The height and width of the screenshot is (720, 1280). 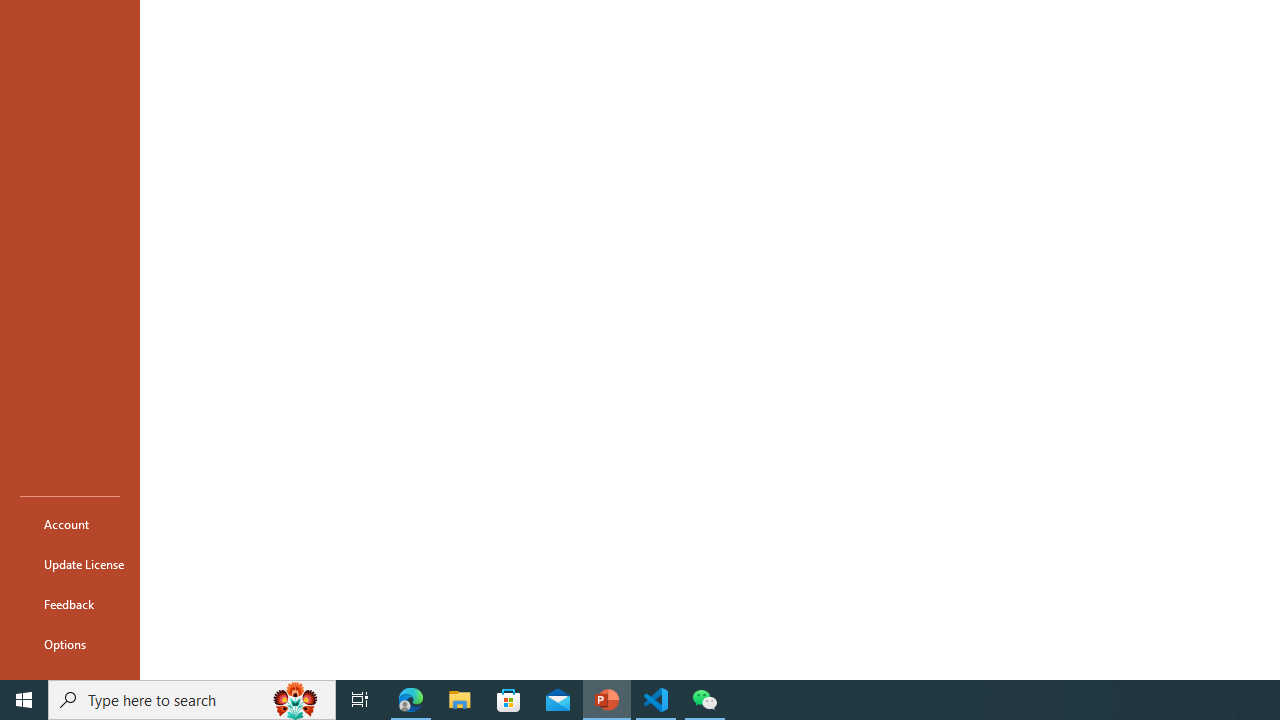 I want to click on 'Feedback', so click(x=69, y=603).